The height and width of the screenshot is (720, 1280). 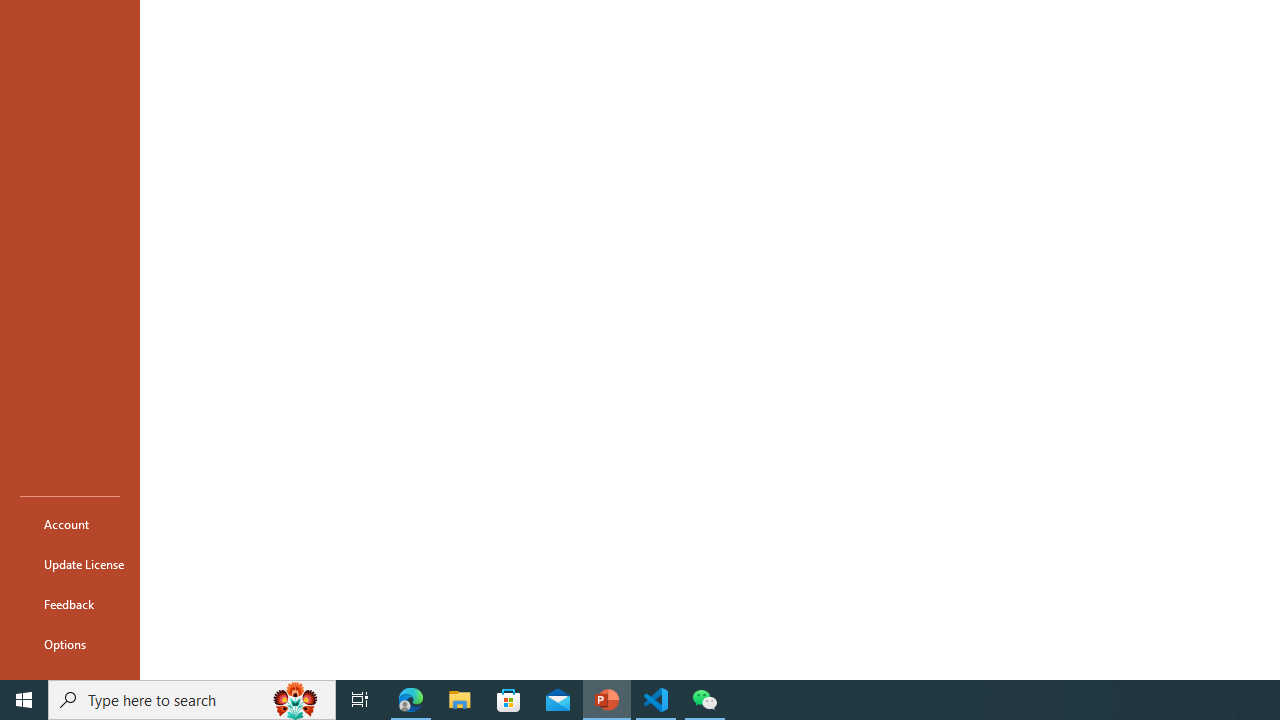 I want to click on 'Feedback', so click(x=69, y=603).